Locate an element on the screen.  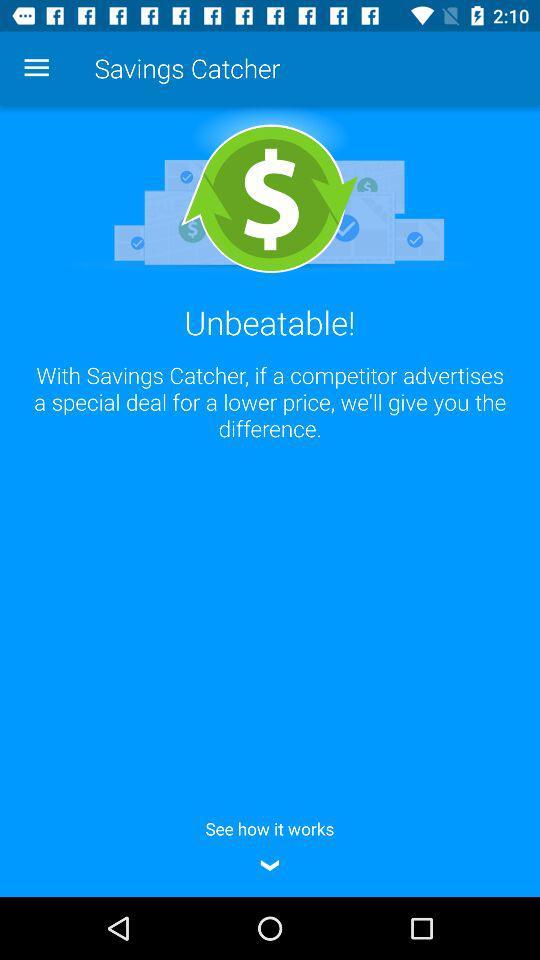
icon at the top left corner is located at coordinates (36, 68).